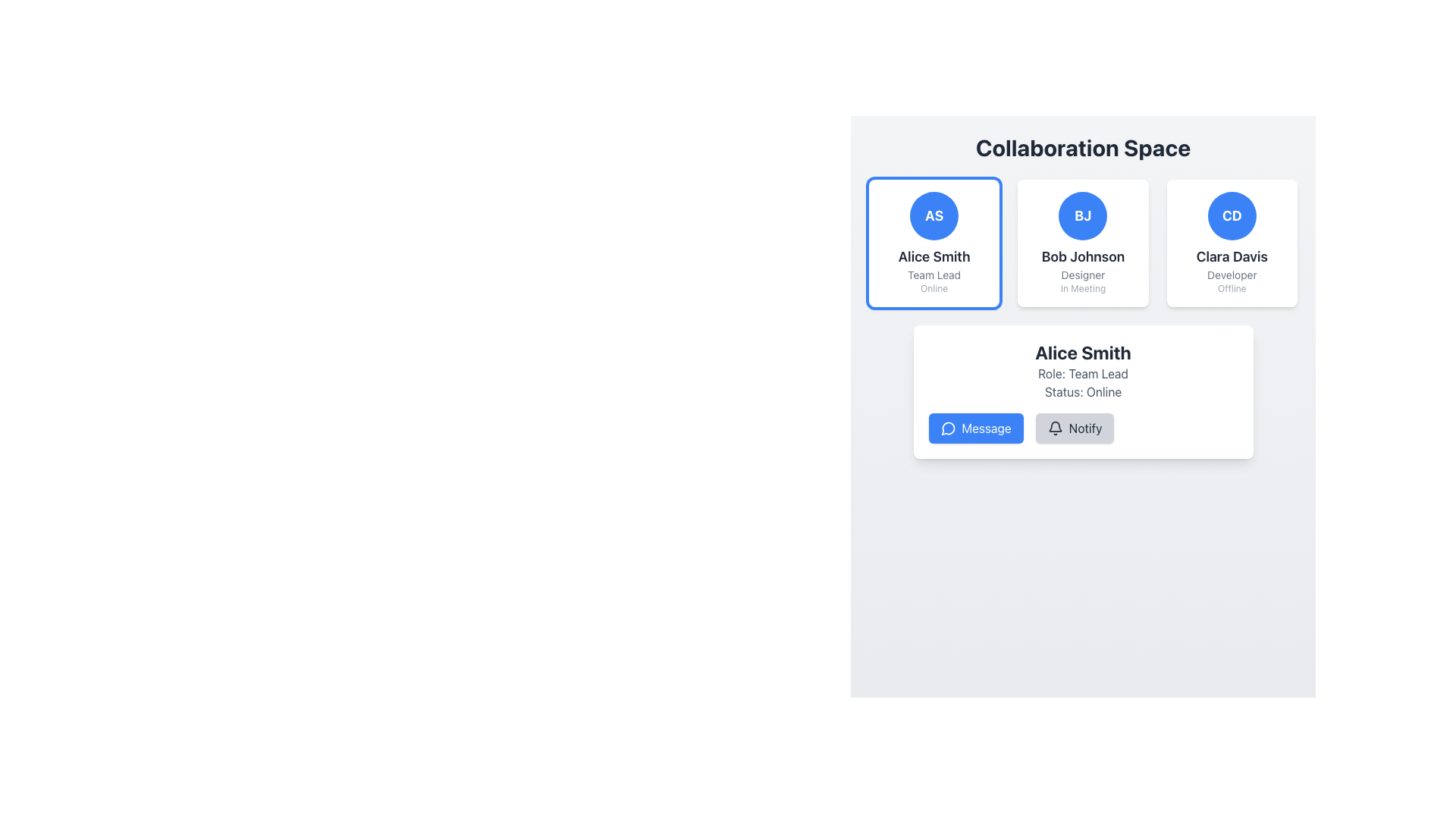  I want to click on the blue rectangular button labeled 'Message' with a speech bubble icon for visual feedback, so click(976, 428).